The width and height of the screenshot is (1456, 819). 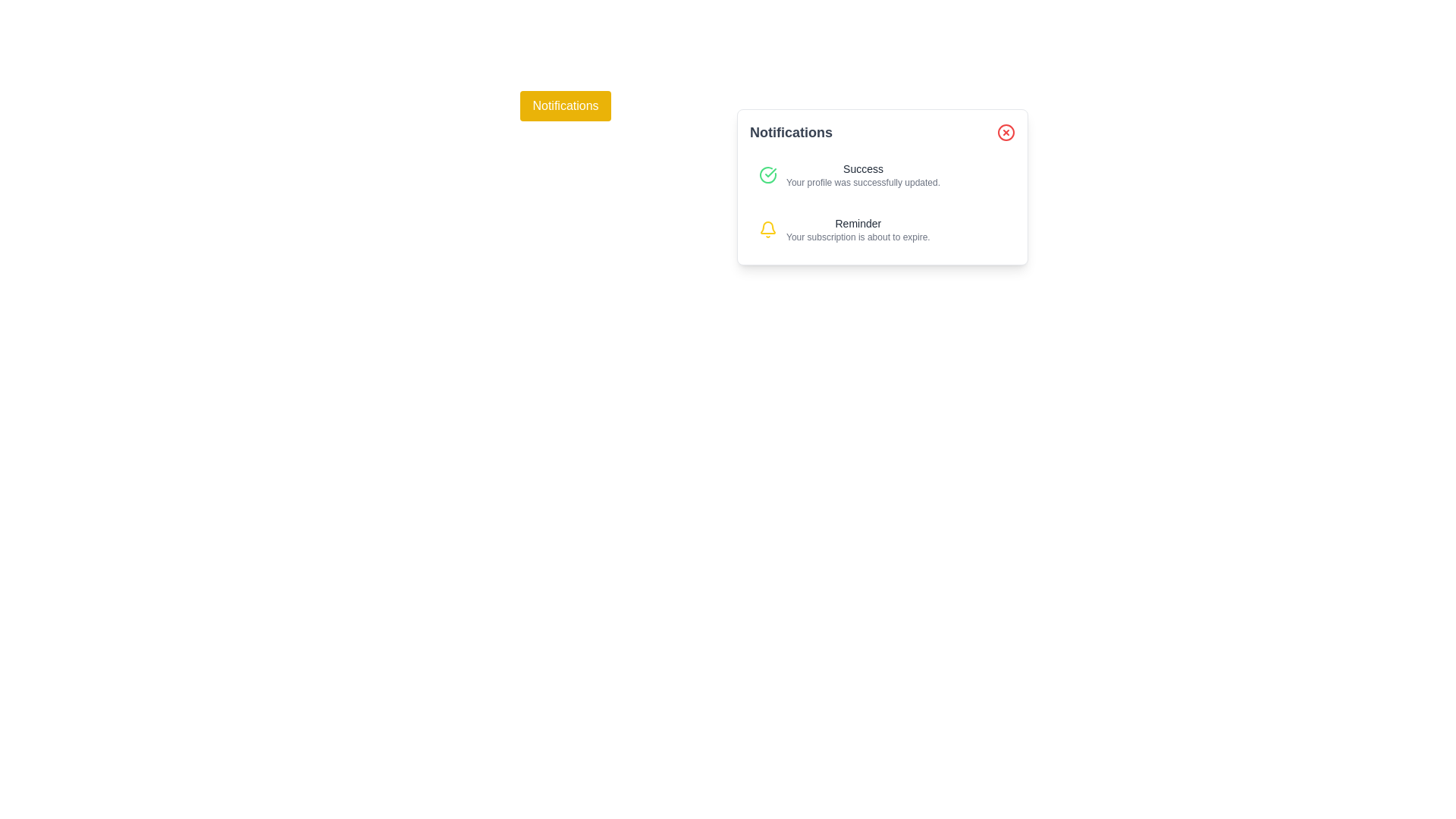 What do you see at coordinates (767, 230) in the screenshot?
I see `the notification icon that visually represents an alert related to the text 'Reminder Your subscription is about to expire.'` at bounding box center [767, 230].